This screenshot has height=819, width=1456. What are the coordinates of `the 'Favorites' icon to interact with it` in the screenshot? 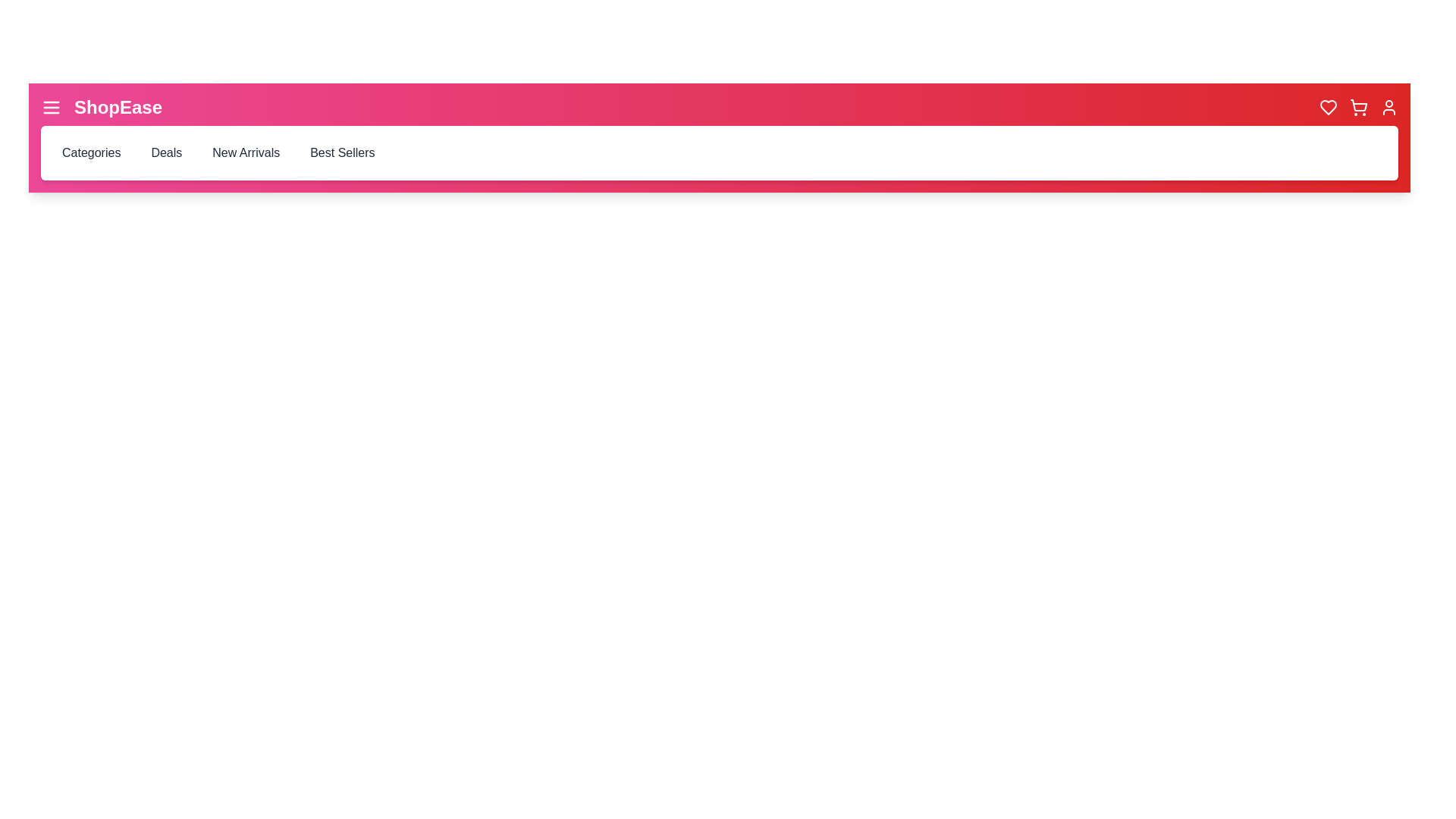 It's located at (1328, 107).